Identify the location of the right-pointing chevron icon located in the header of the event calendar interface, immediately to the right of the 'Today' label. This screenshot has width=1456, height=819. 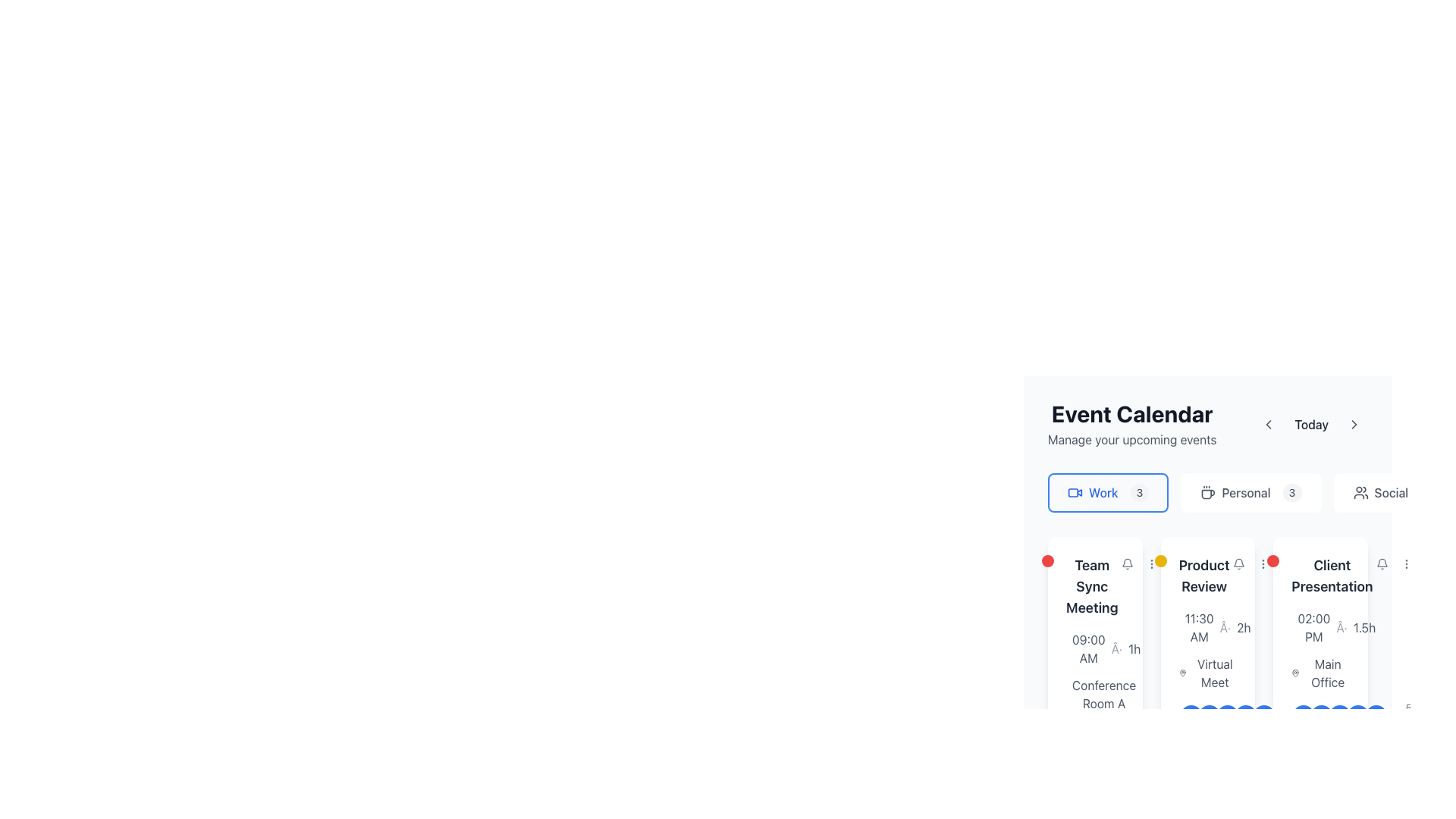
(1354, 424).